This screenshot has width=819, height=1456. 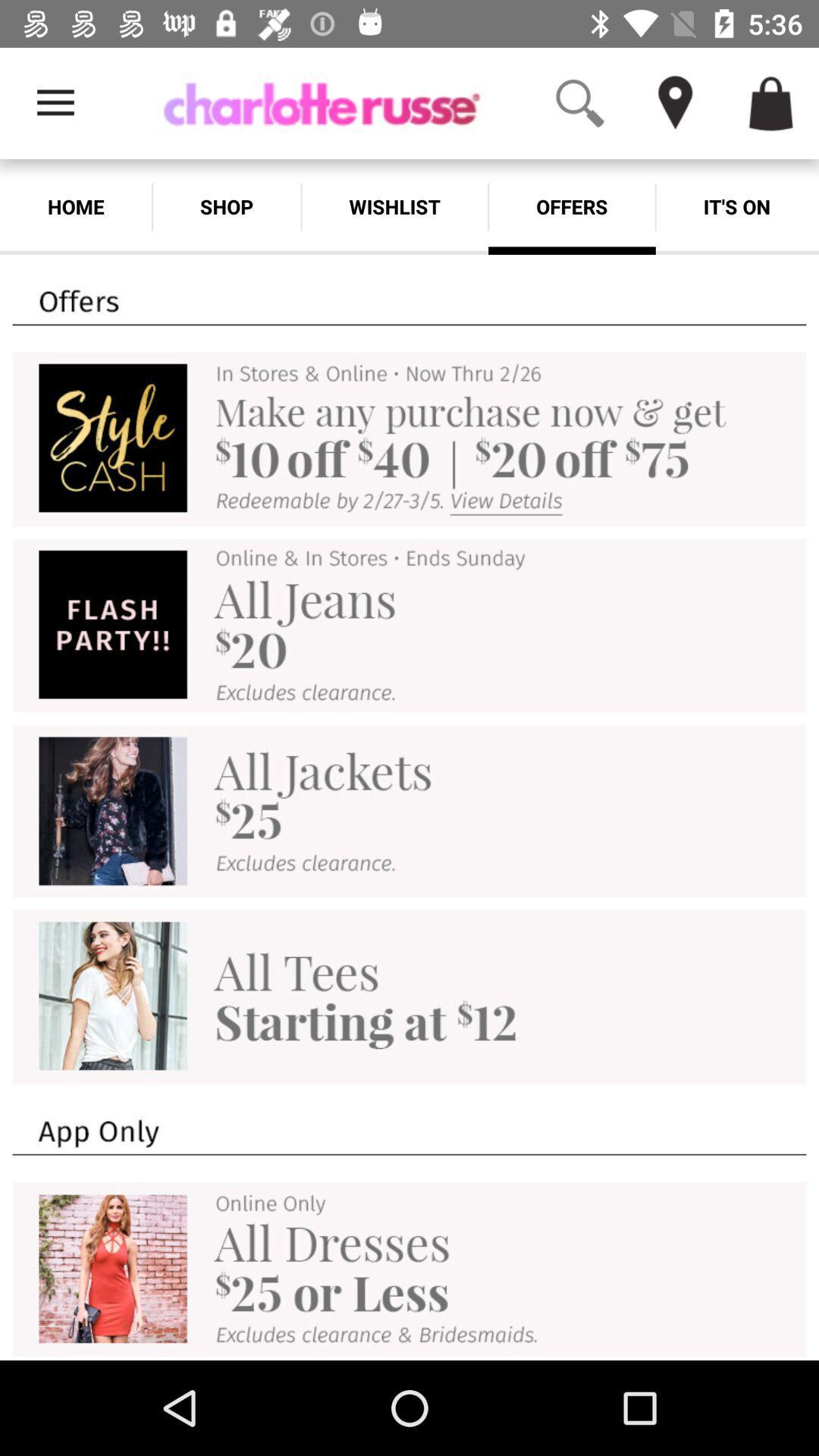 What do you see at coordinates (771, 102) in the screenshot?
I see `shopping bag` at bounding box center [771, 102].